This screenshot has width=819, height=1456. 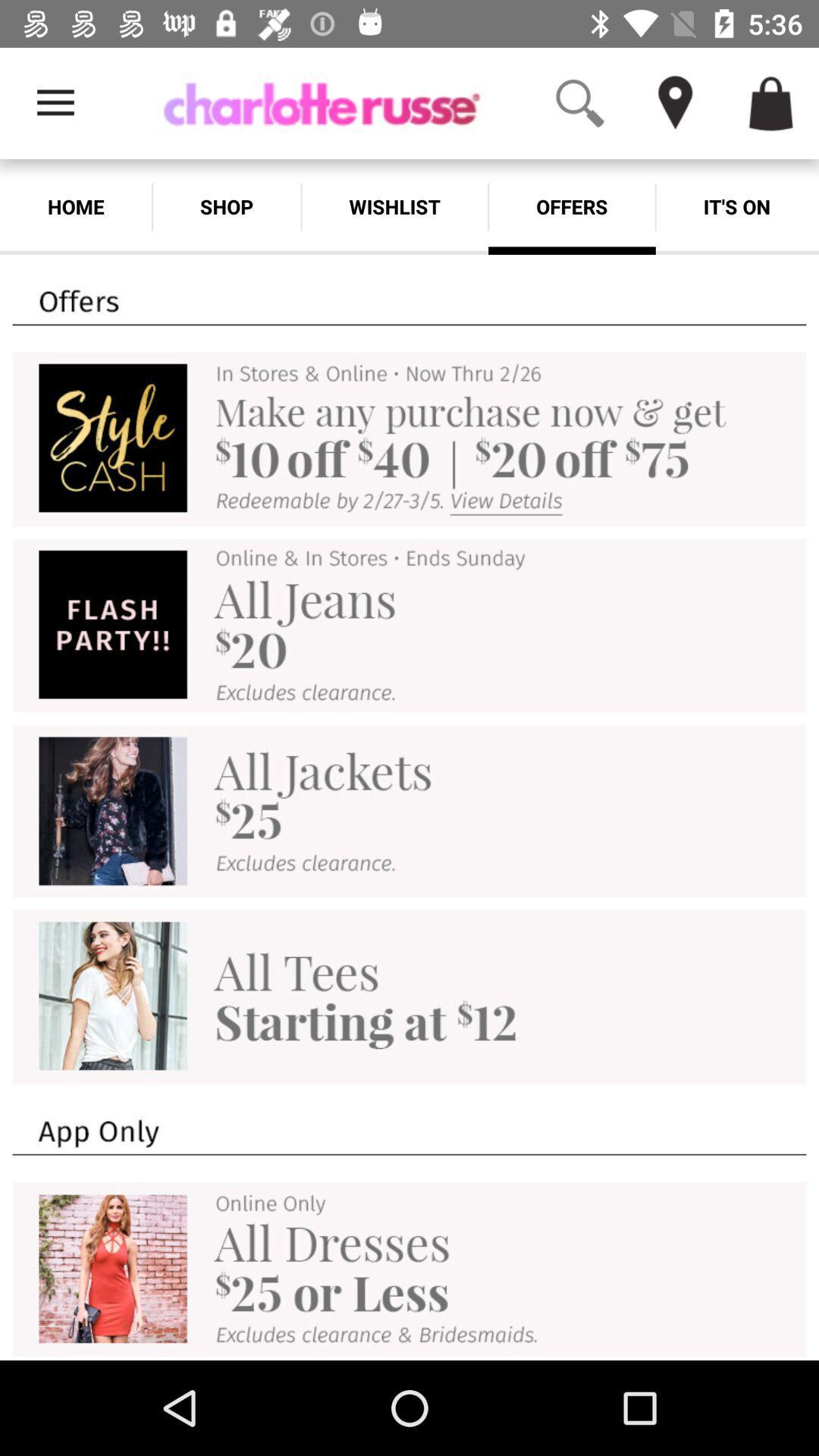 What do you see at coordinates (771, 102) in the screenshot?
I see `shopping bag` at bounding box center [771, 102].